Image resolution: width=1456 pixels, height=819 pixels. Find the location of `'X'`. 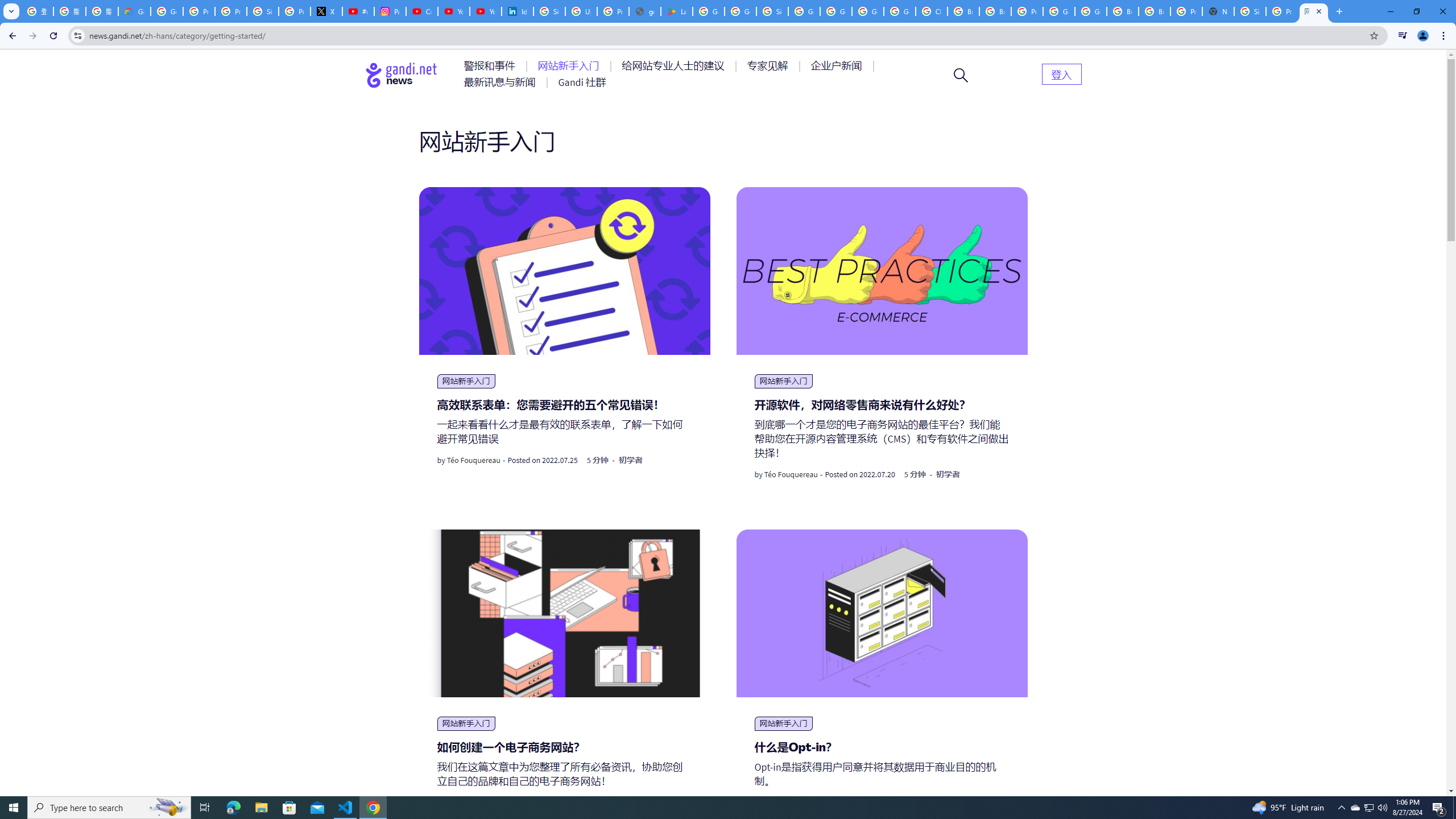

'X' is located at coordinates (326, 11).